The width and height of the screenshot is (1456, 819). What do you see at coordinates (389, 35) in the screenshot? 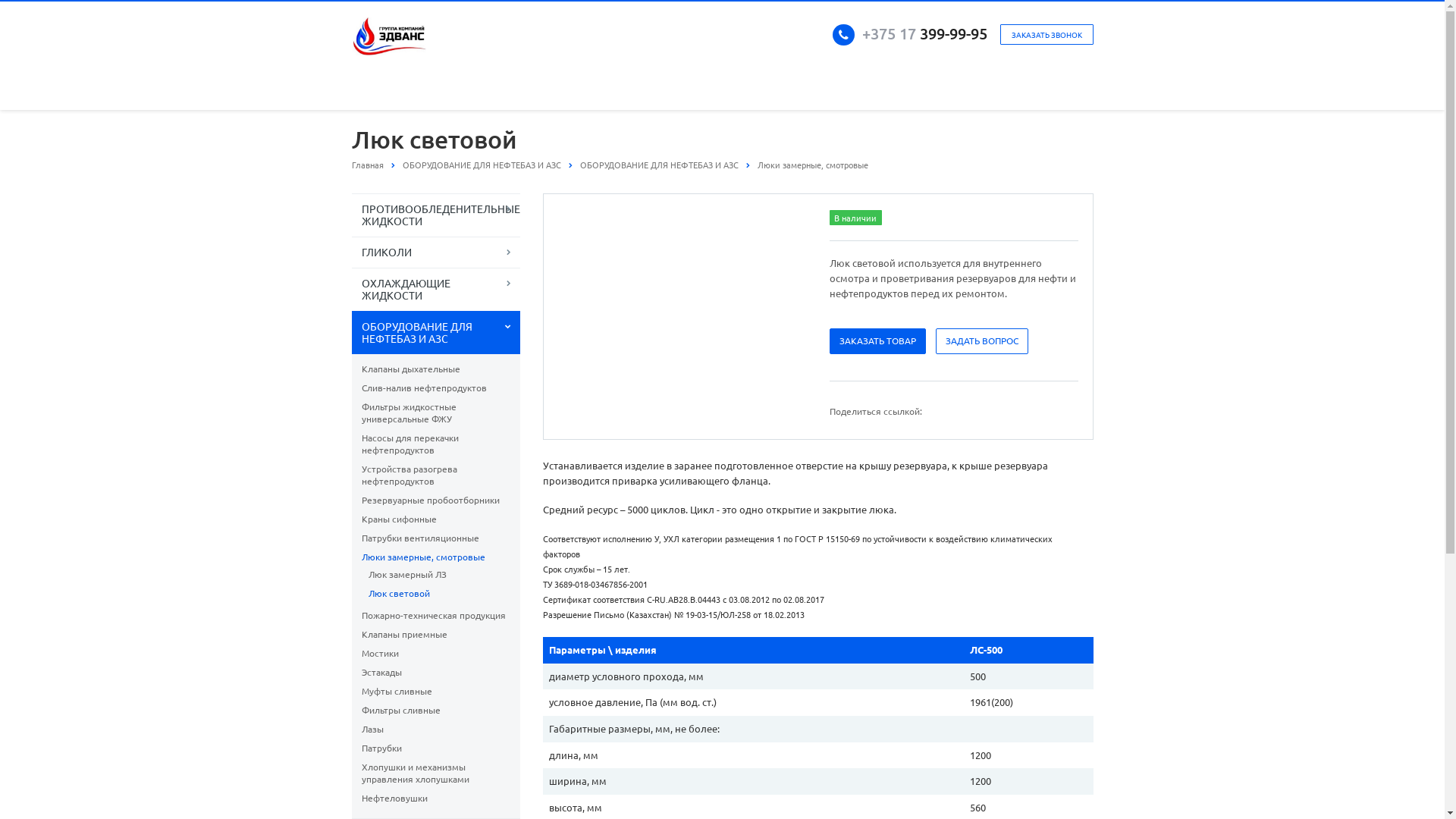
I see `'neftehim.by'` at bounding box center [389, 35].